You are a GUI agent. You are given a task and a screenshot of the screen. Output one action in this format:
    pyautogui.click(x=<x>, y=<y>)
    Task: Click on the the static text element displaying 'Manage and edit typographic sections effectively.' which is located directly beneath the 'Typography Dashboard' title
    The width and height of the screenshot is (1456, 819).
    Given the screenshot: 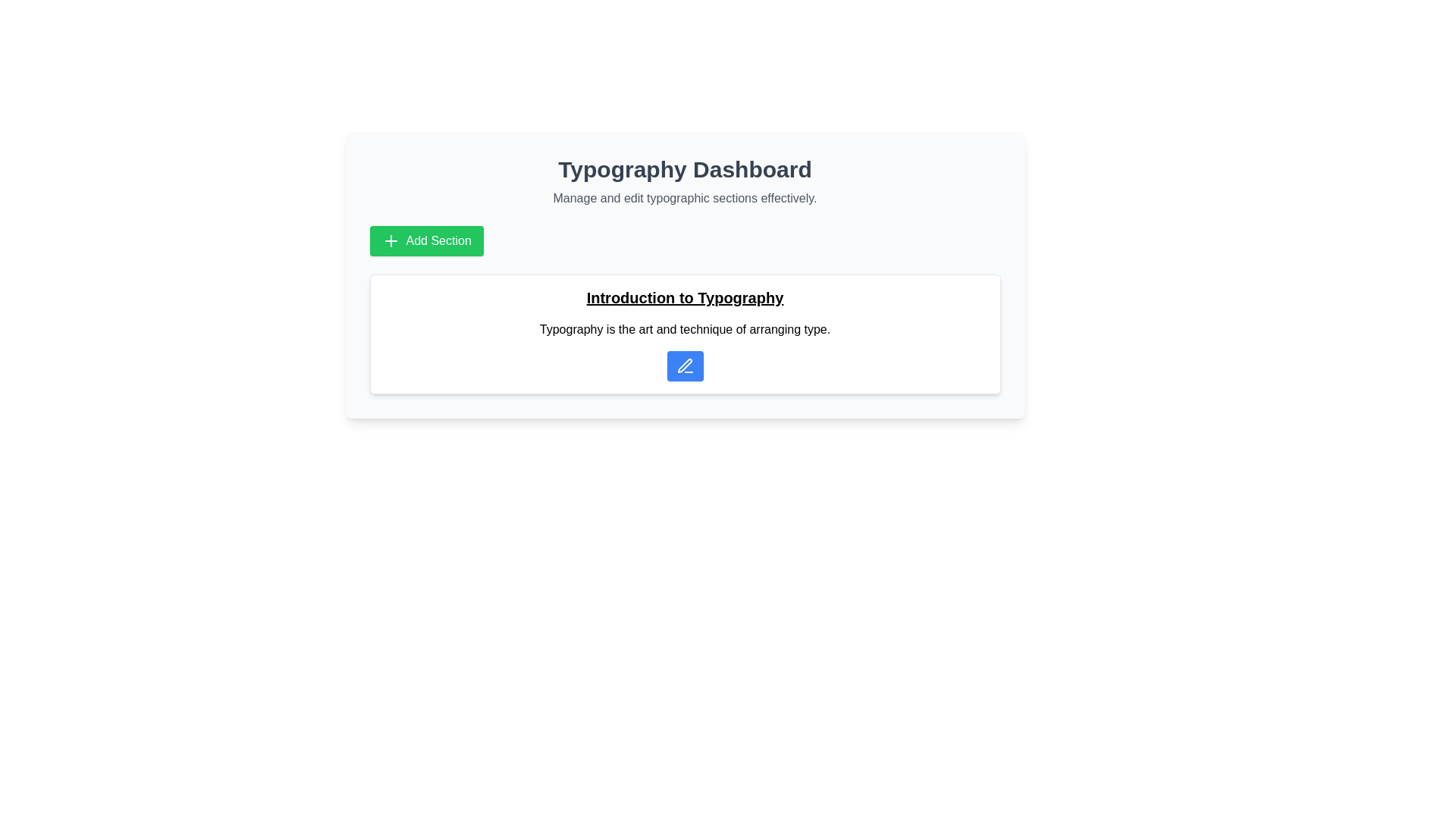 What is the action you would take?
    pyautogui.click(x=684, y=198)
    